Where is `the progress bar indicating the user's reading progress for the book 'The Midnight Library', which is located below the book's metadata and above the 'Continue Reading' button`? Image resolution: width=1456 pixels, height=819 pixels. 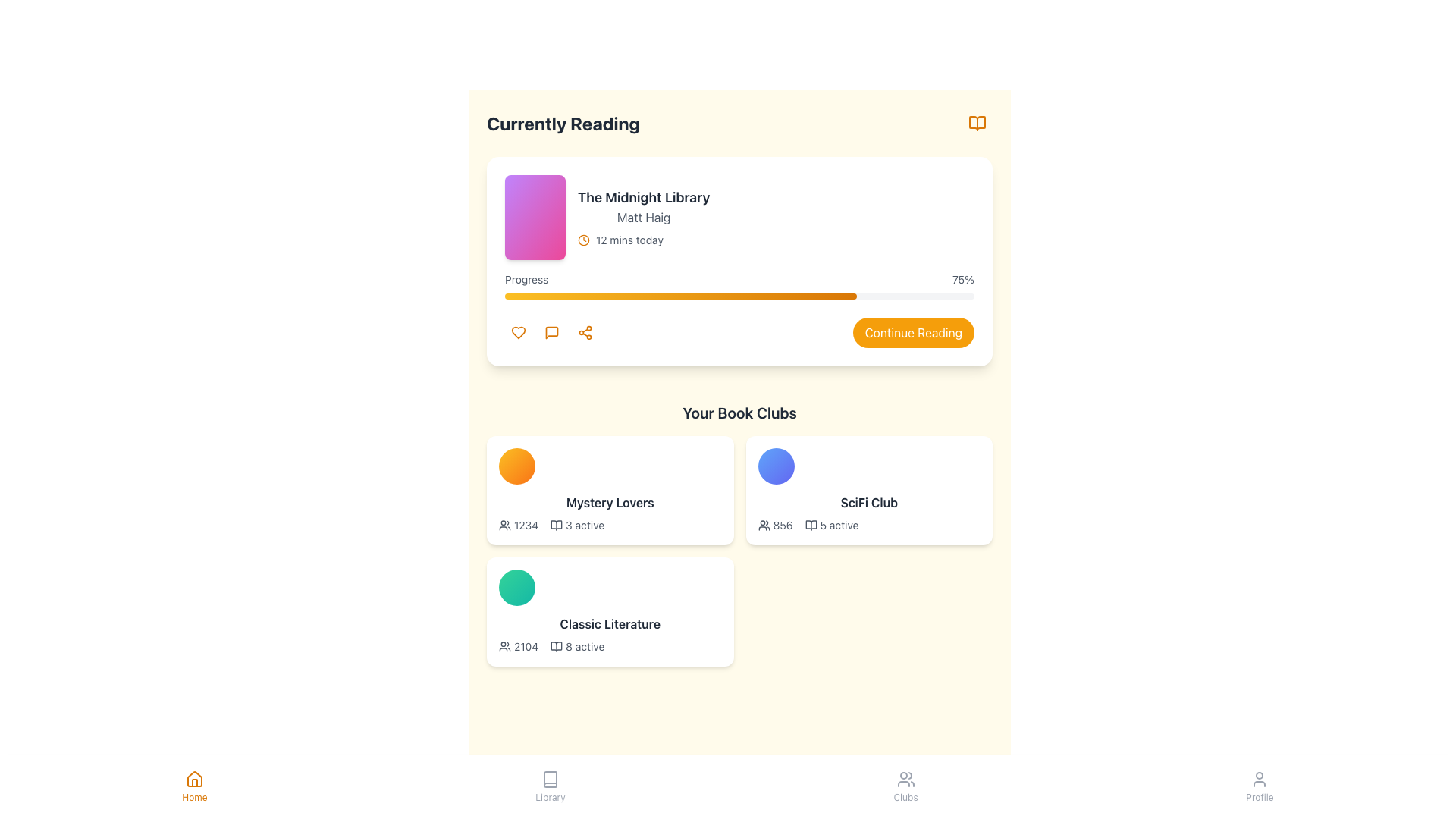
the progress bar indicating the user's reading progress for the book 'The Midnight Library', which is located below the book's metadata and above the 'Continue Reading' button is located at coordinates (739, 286).